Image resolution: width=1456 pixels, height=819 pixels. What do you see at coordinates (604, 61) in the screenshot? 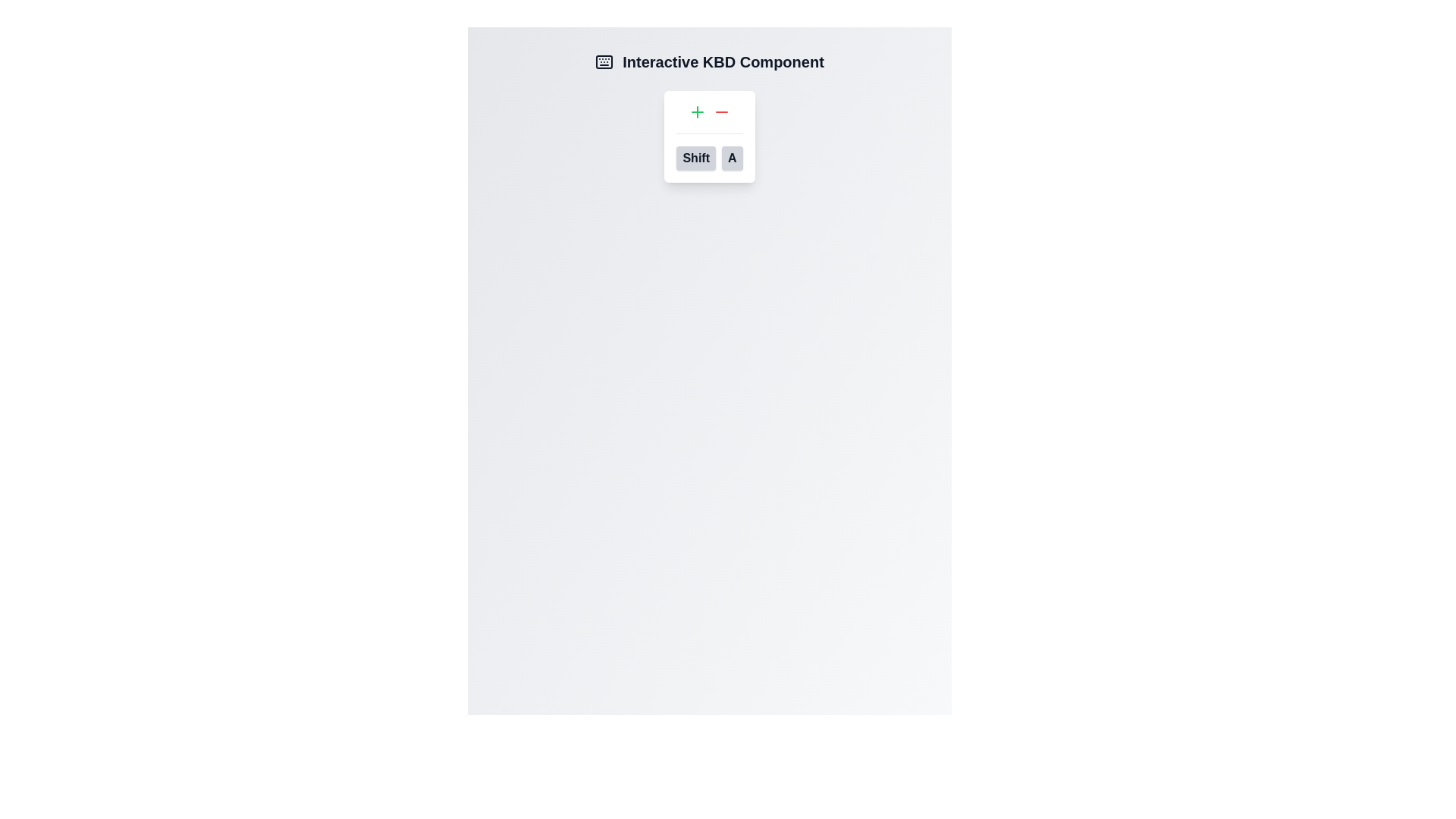
I see `the decorative icon located to the left of the text 'Interactive KBD Component', which visually represents a keyboard interface` at bounding box center [604, 61].